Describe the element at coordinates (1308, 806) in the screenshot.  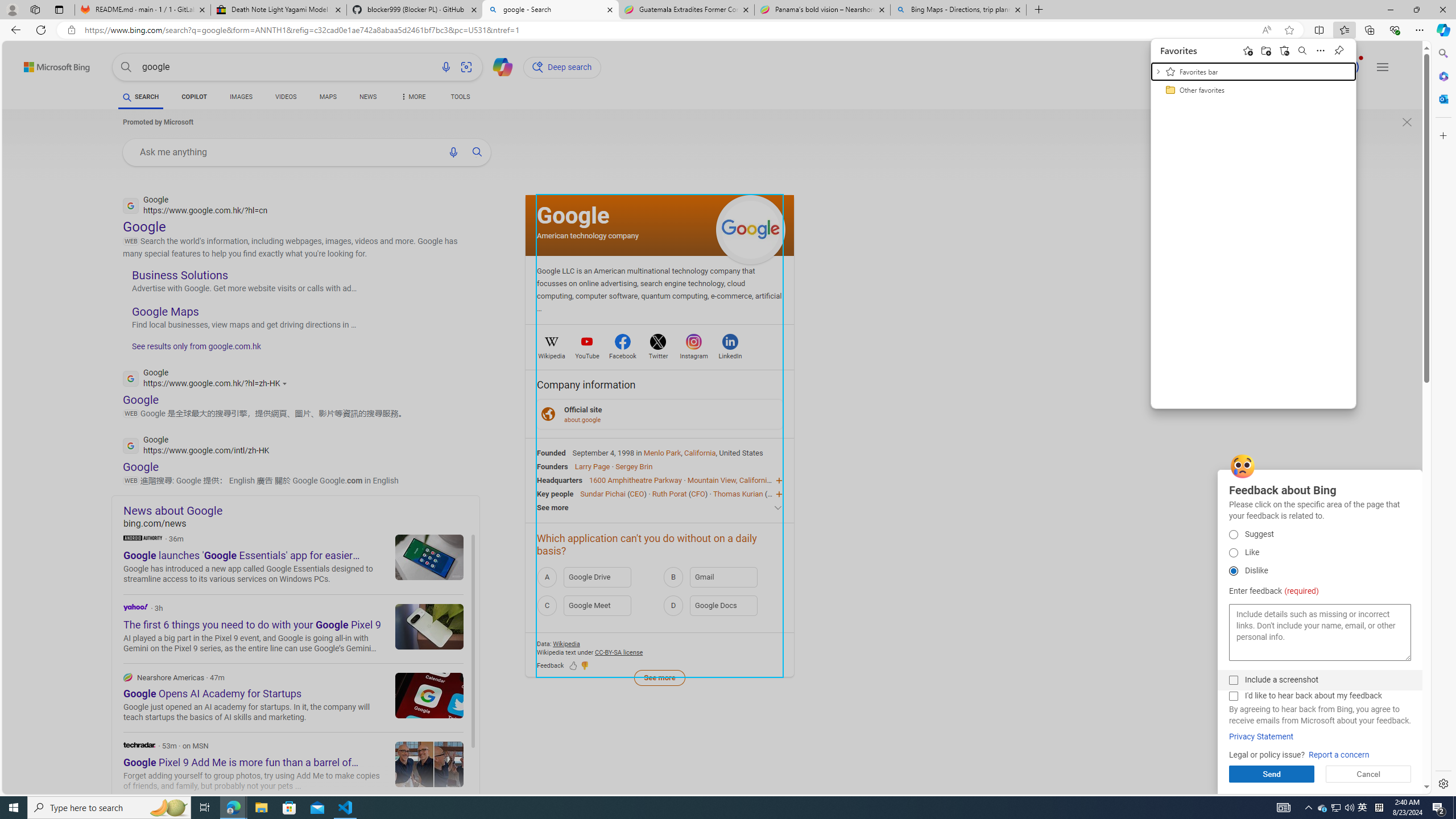
I see `'Notification Chevron'` at that location.